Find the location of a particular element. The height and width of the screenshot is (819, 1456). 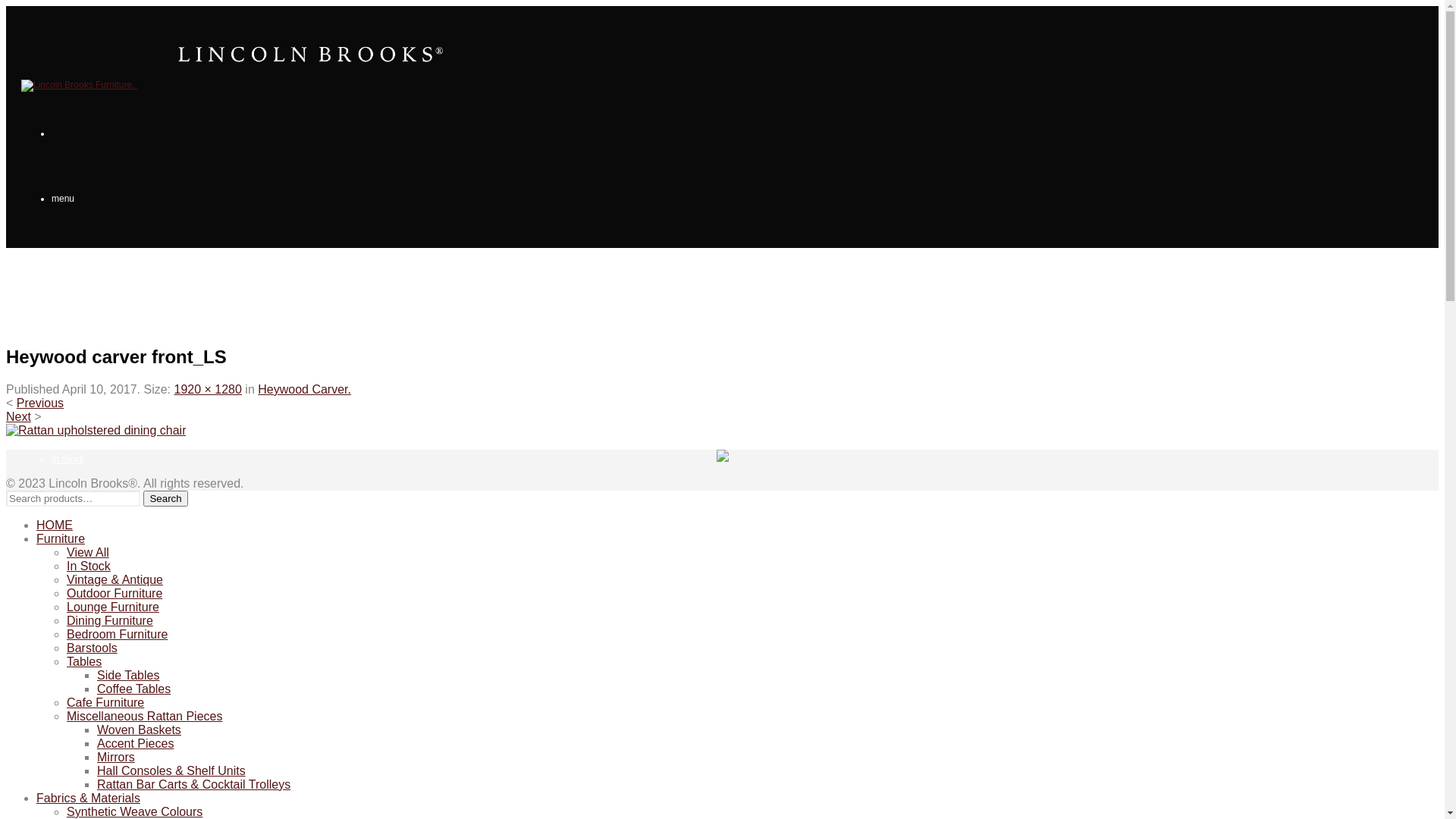

'Bedroom Furniture' is located at coordinates (89, 785).